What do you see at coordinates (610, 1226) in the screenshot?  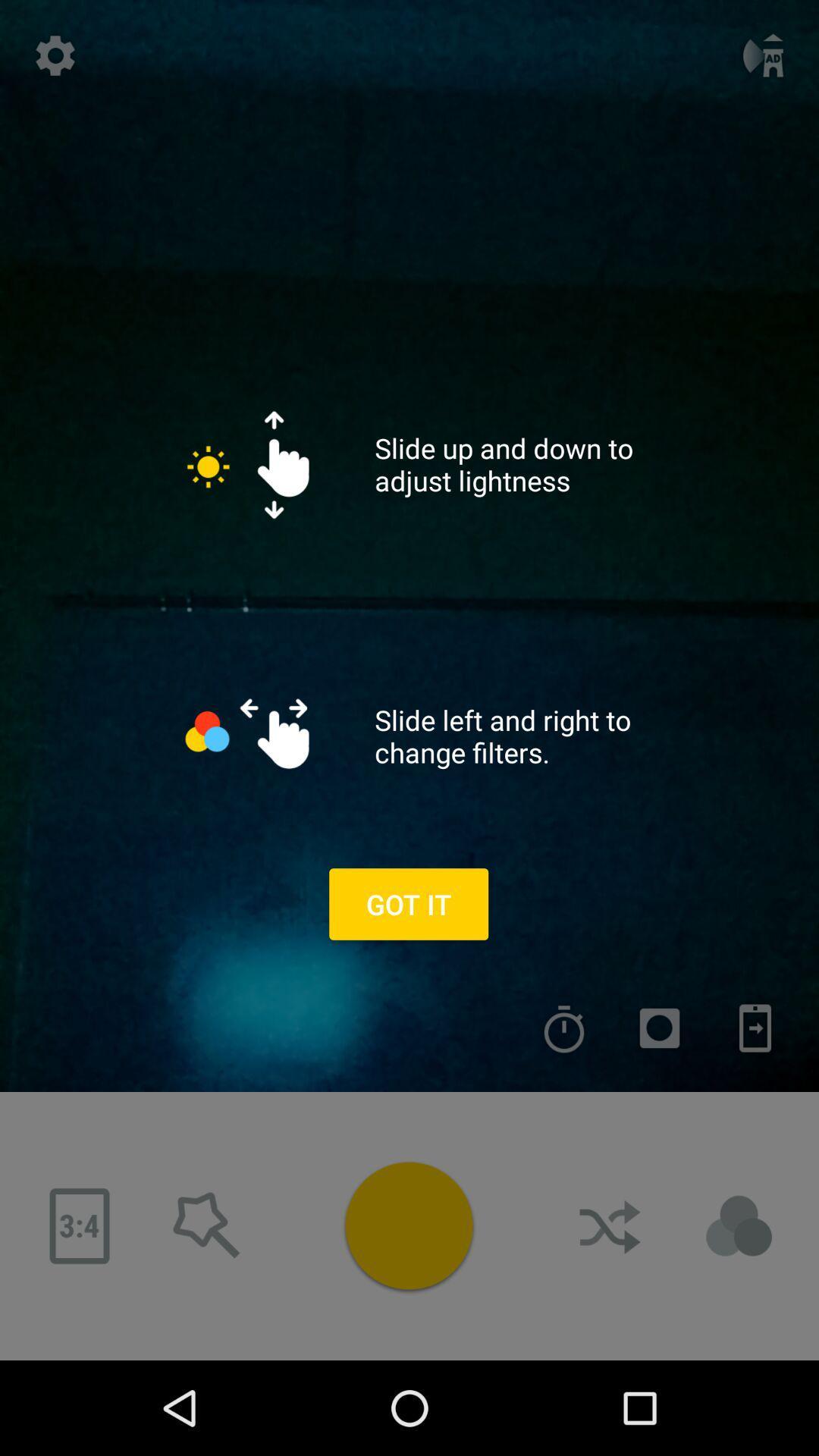 I see `share this page` at bounding box center [610, 1226].